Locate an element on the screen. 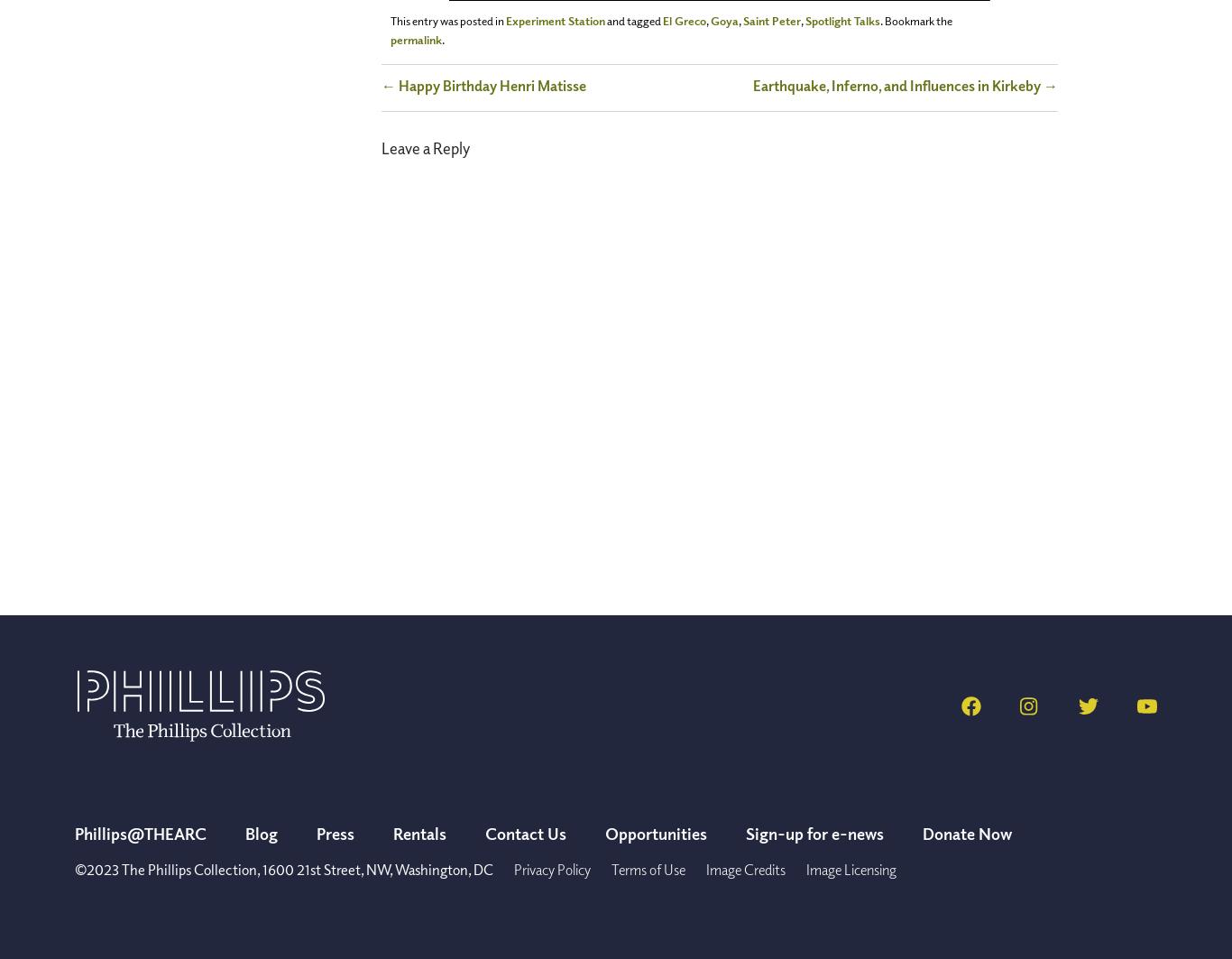  '©2023 The Phillips Collection, 1600 21st Street, NW, Washington, DC' is located at coordinates (283, 869).